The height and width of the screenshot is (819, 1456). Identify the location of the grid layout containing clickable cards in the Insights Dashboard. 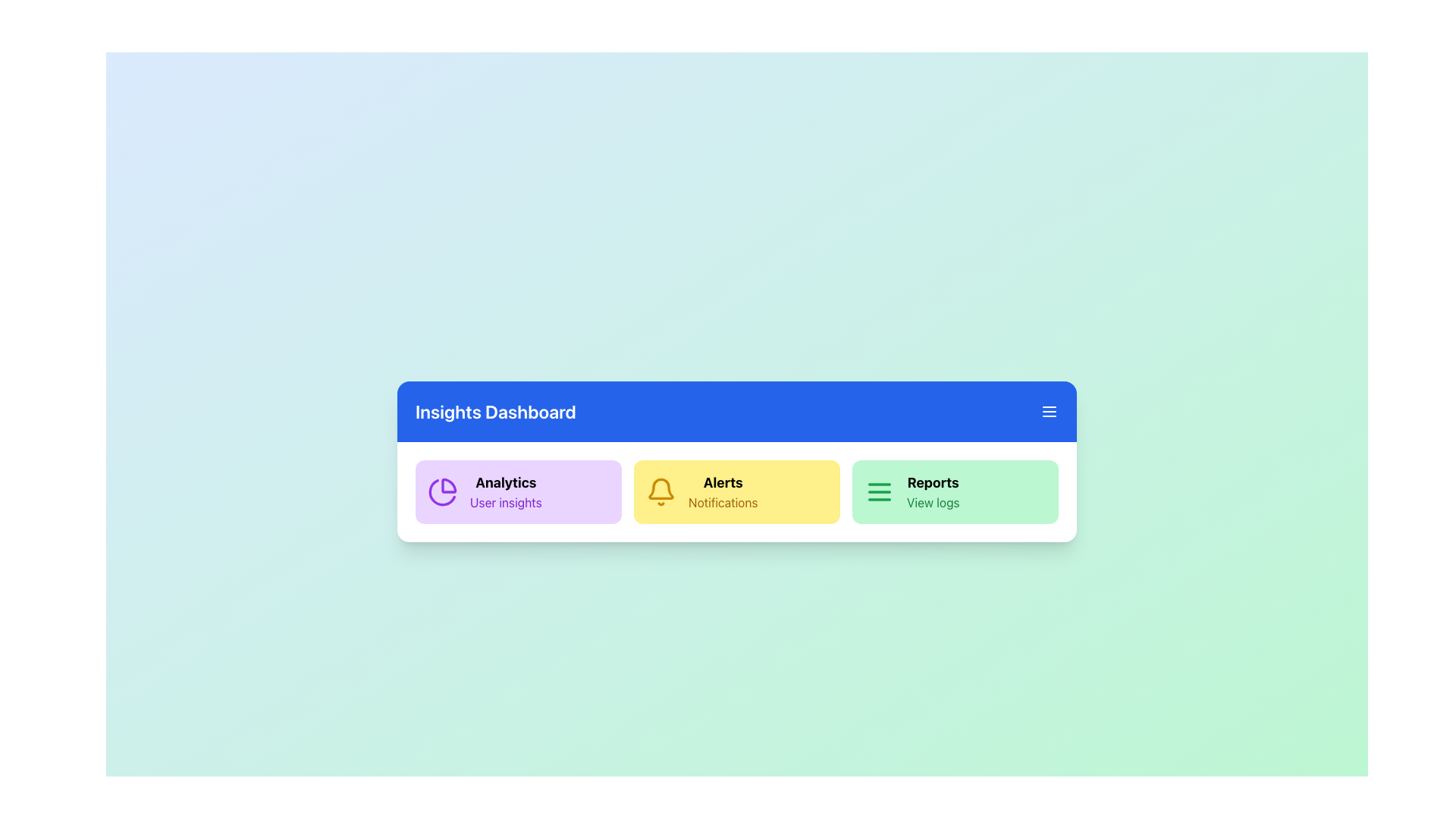
(736, 491).